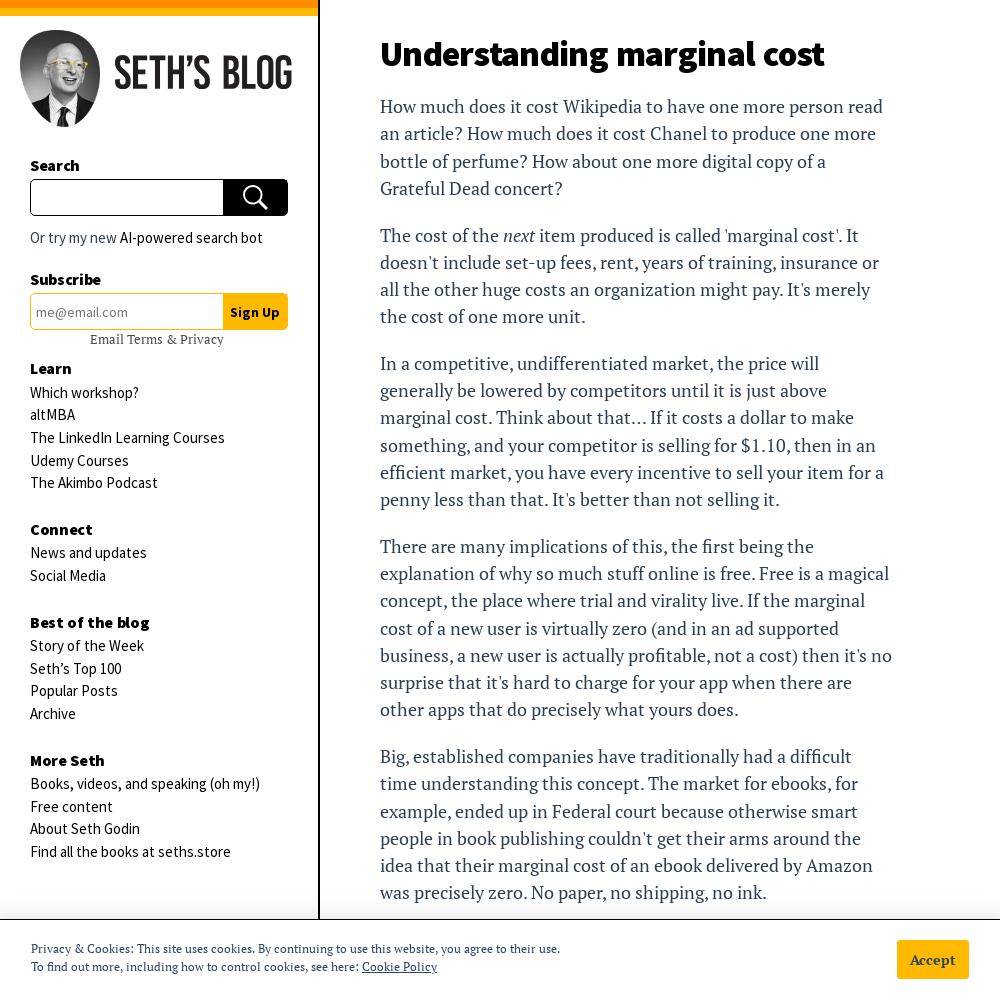 The height and width of the screenshot is (999, 1000). Describe the element at coordinates (74, 237) in the screenshot. I see `'Or try my new'` at that location.